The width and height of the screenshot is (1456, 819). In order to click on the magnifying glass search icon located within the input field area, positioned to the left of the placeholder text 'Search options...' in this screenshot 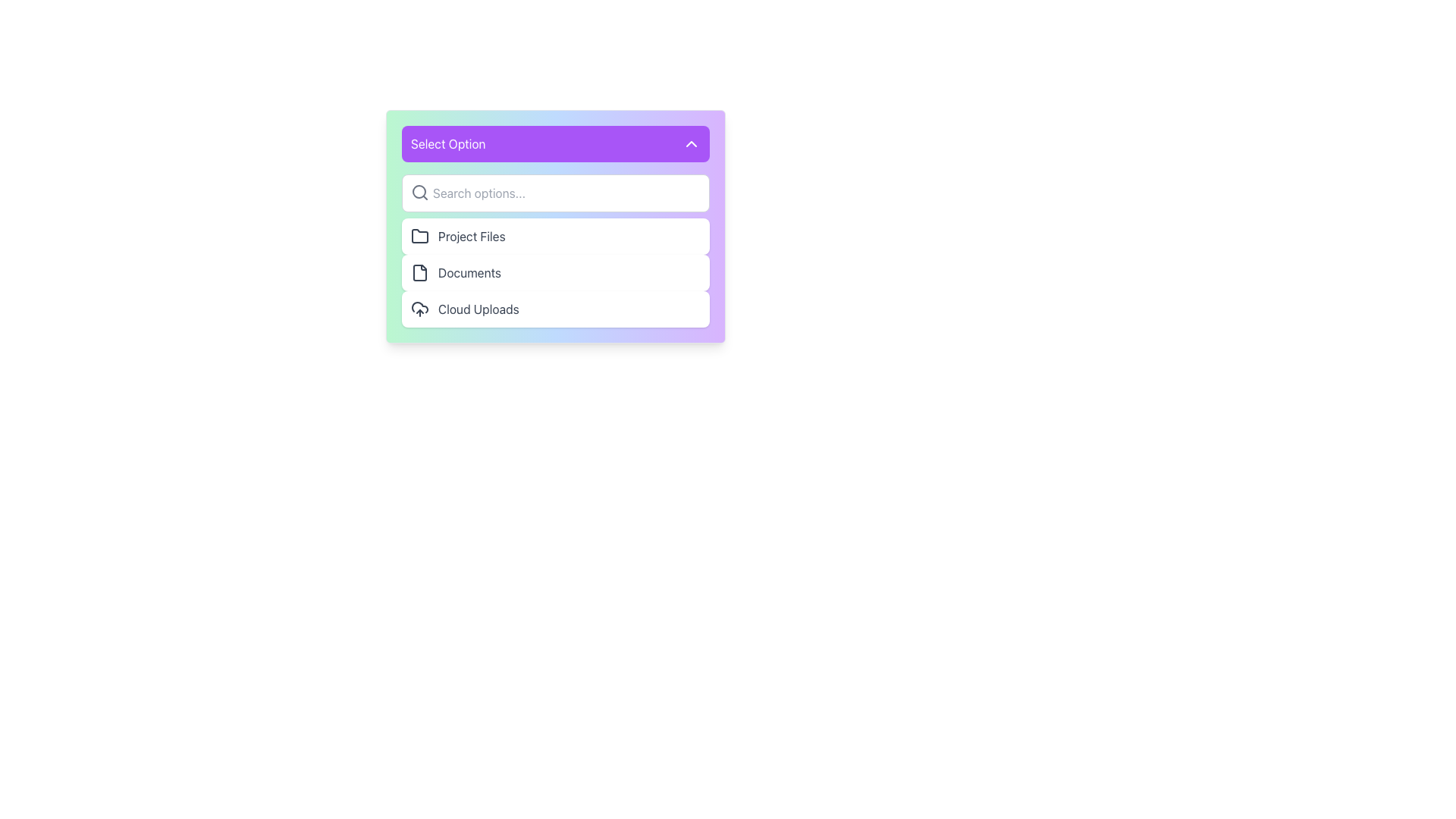, I will do `click(419, 192)`.